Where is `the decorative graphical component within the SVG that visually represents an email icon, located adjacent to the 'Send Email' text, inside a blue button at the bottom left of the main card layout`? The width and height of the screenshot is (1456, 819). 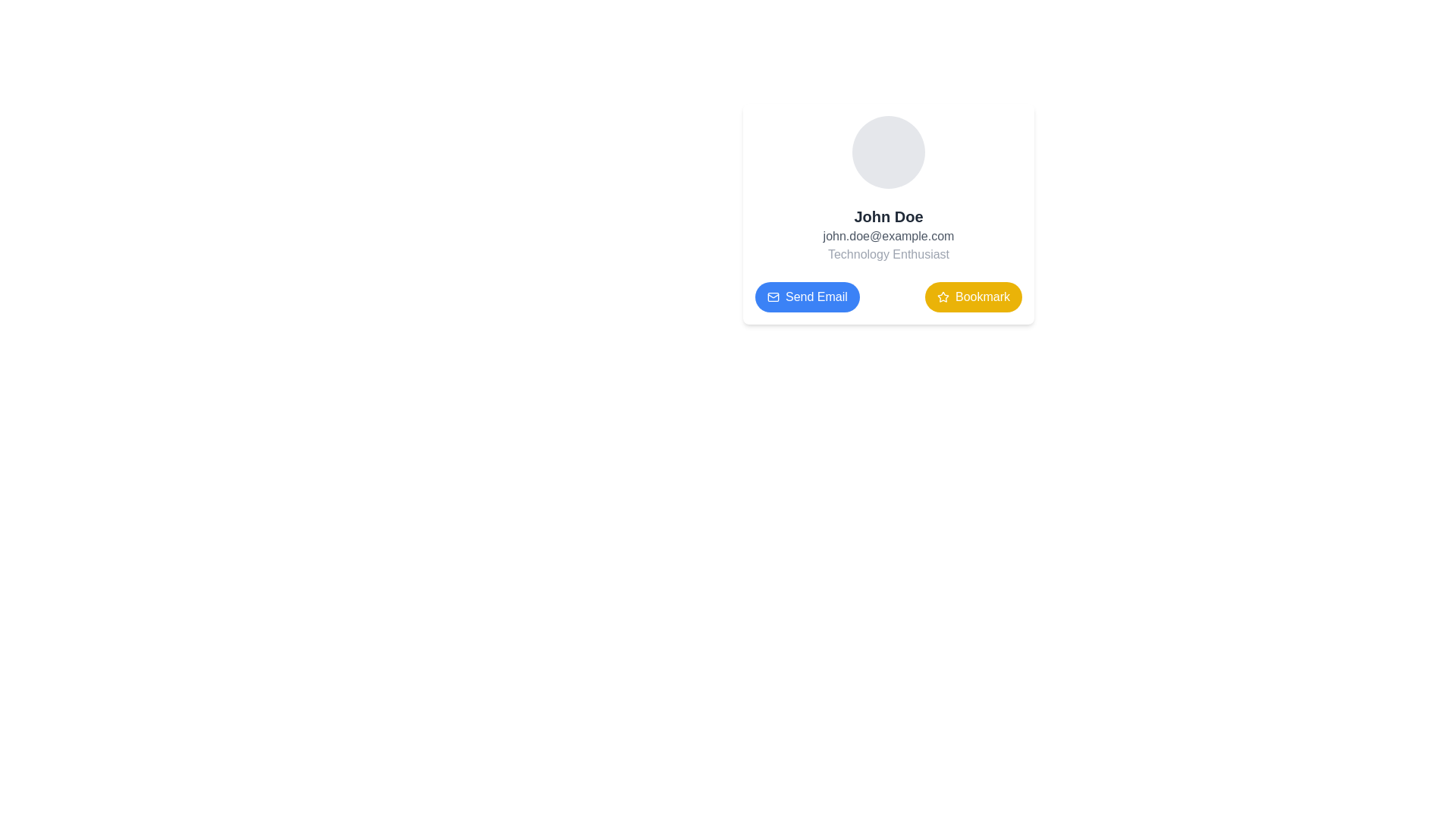 the decorative graphical component within the SVG that visually represents an email icon, located adjacent to the 'Send Email' text, inside a blue button at the bottom left of the main card layout is located at coordinates (773, 297).